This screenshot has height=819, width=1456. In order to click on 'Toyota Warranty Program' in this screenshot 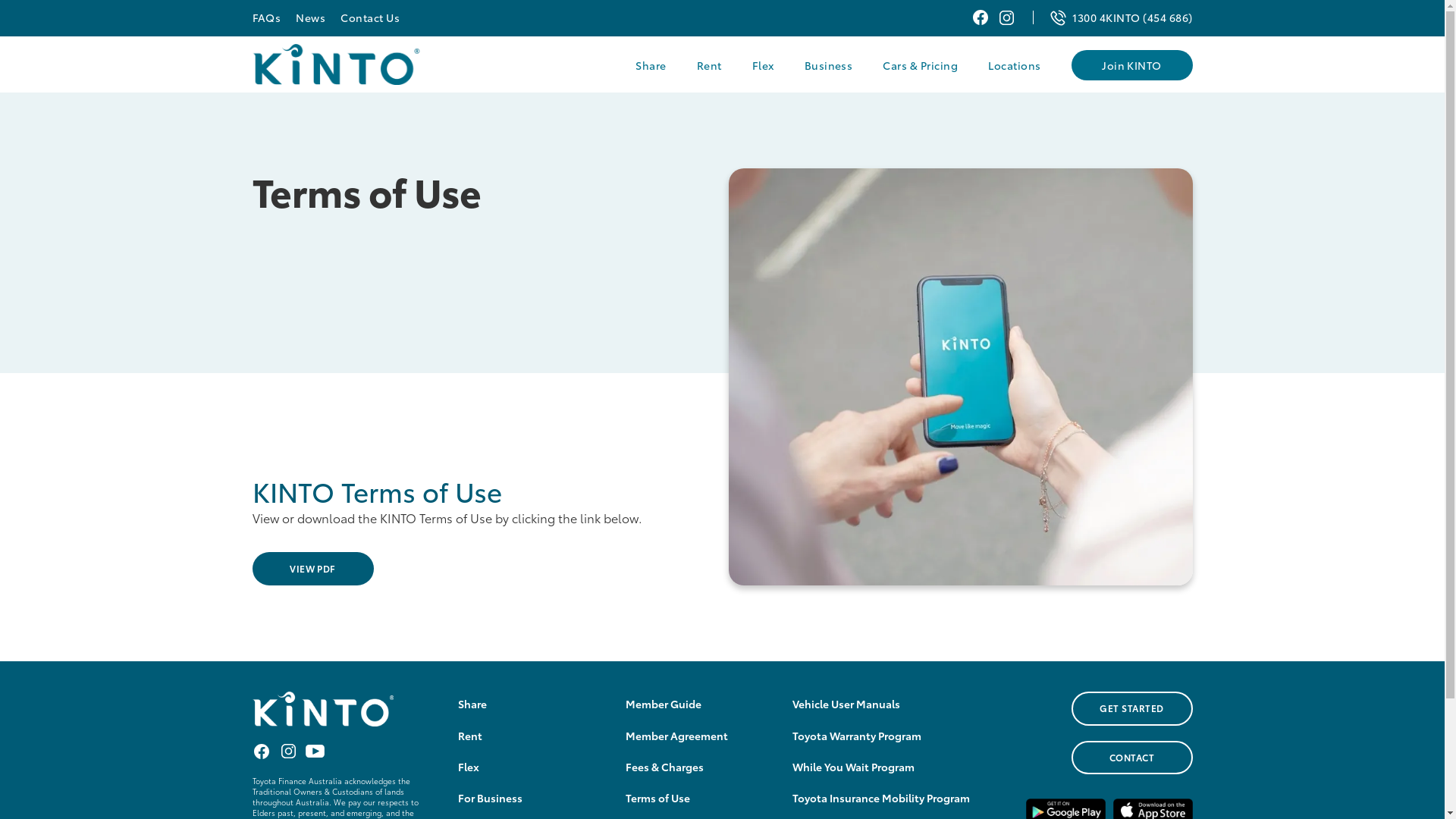, I will do `click(856, 734)`.